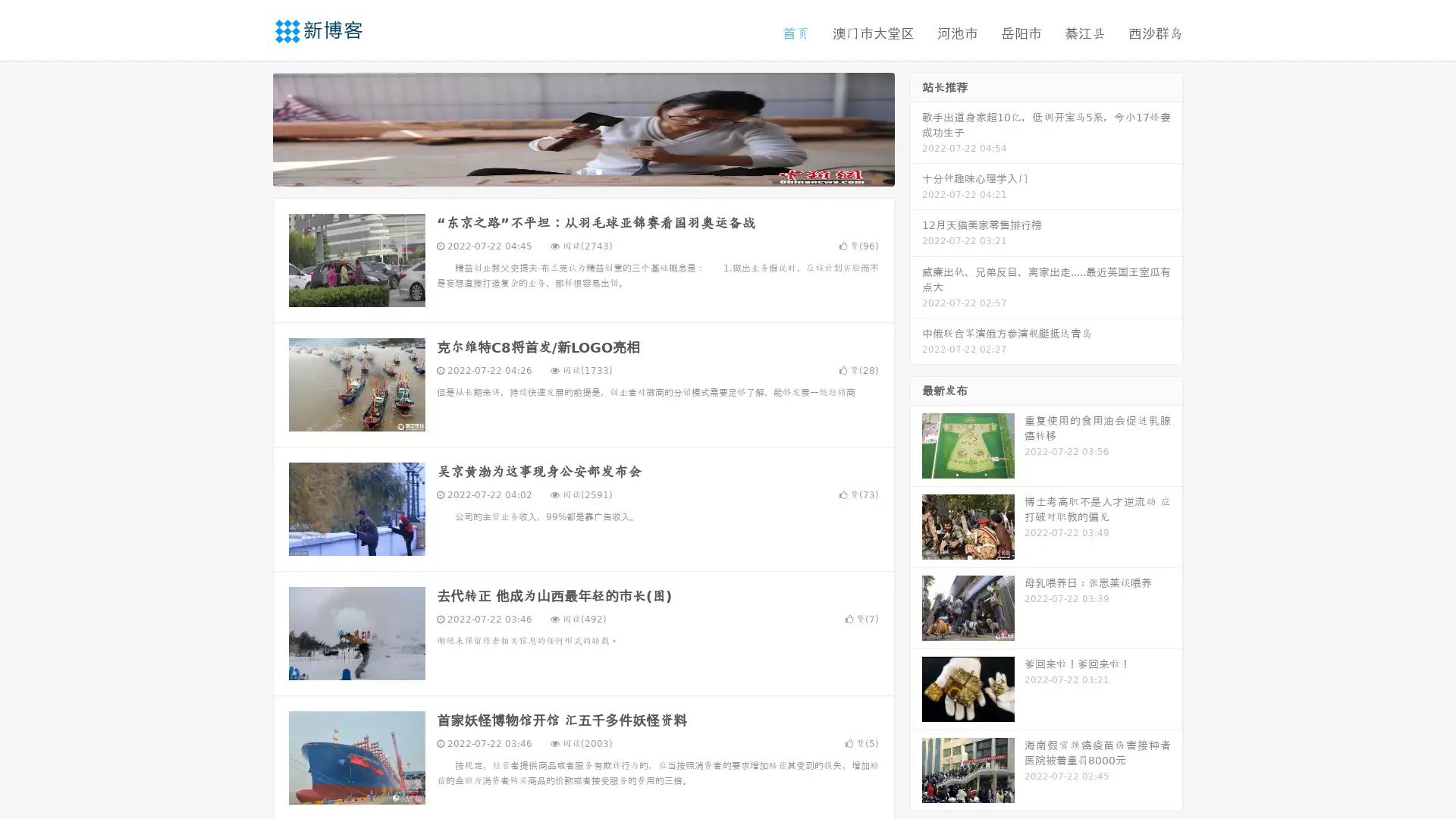 The width and height of the screenshot is (1456, 819). I want to click on Next slide, so click(916, 127).